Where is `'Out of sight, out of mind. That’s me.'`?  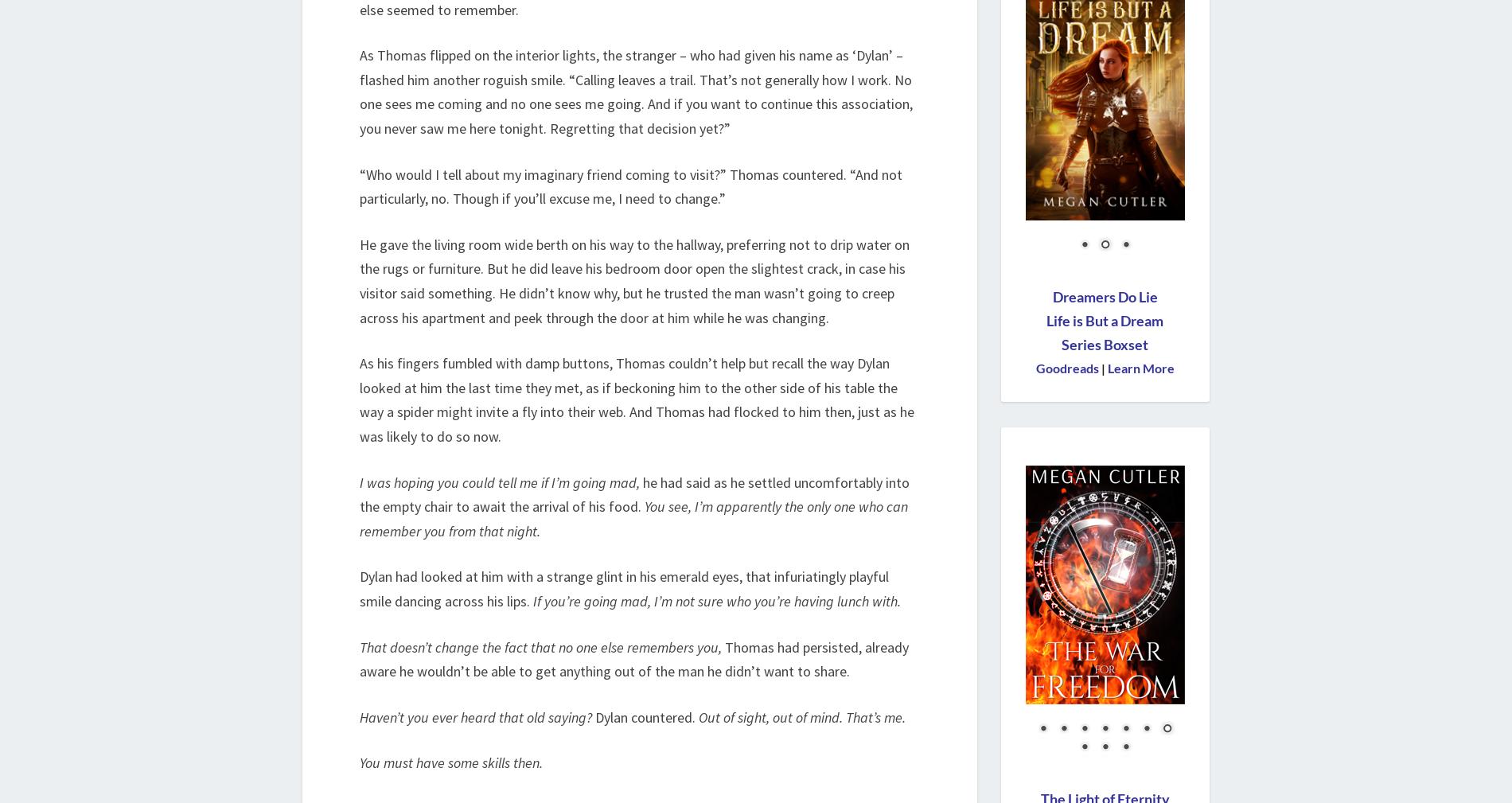
'Out of sight, out of mind. That’s me.' is located at coordinates (697, 716).